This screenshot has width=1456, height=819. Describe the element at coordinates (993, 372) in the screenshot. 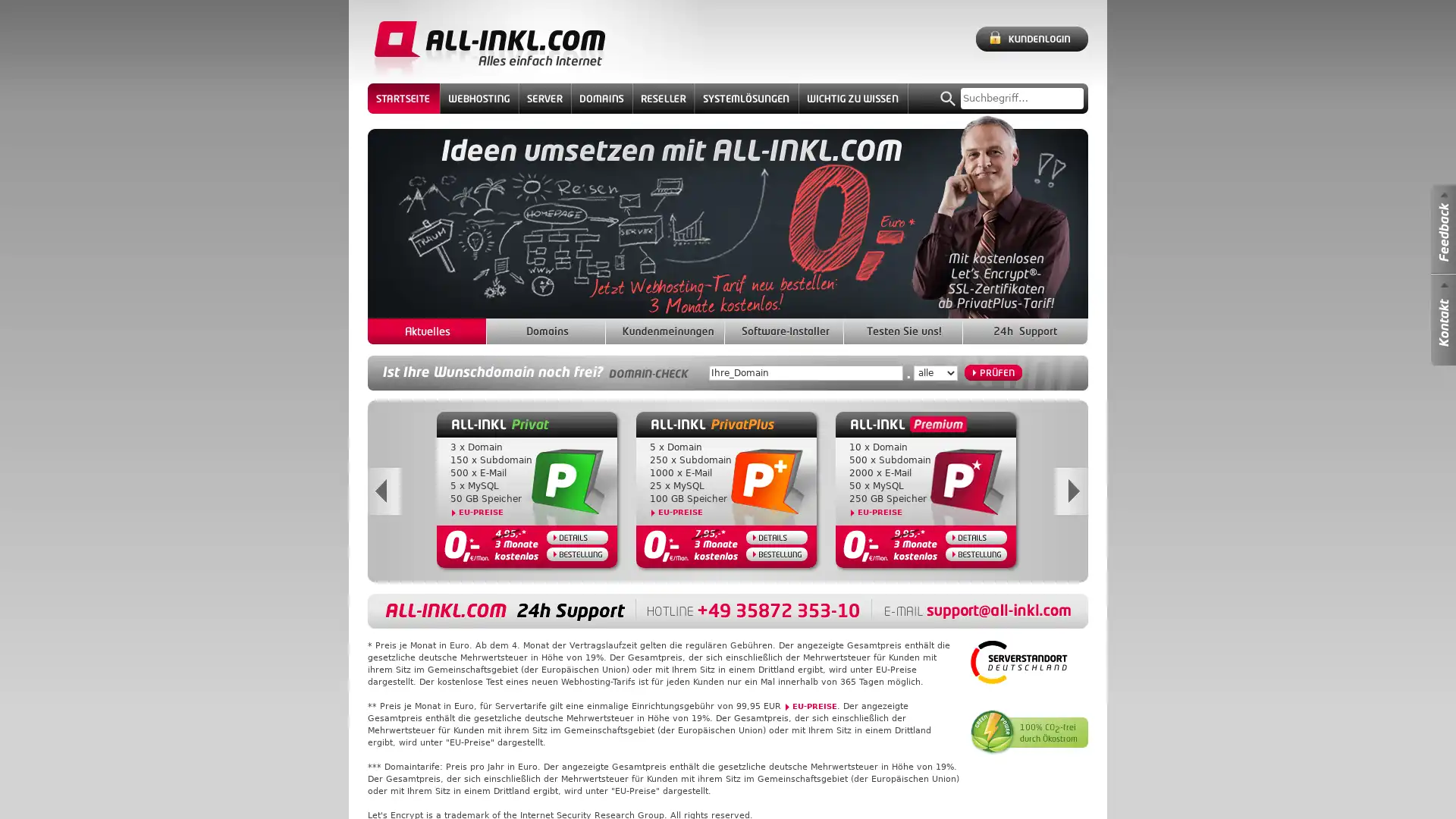

I see `Prufen` at that location.